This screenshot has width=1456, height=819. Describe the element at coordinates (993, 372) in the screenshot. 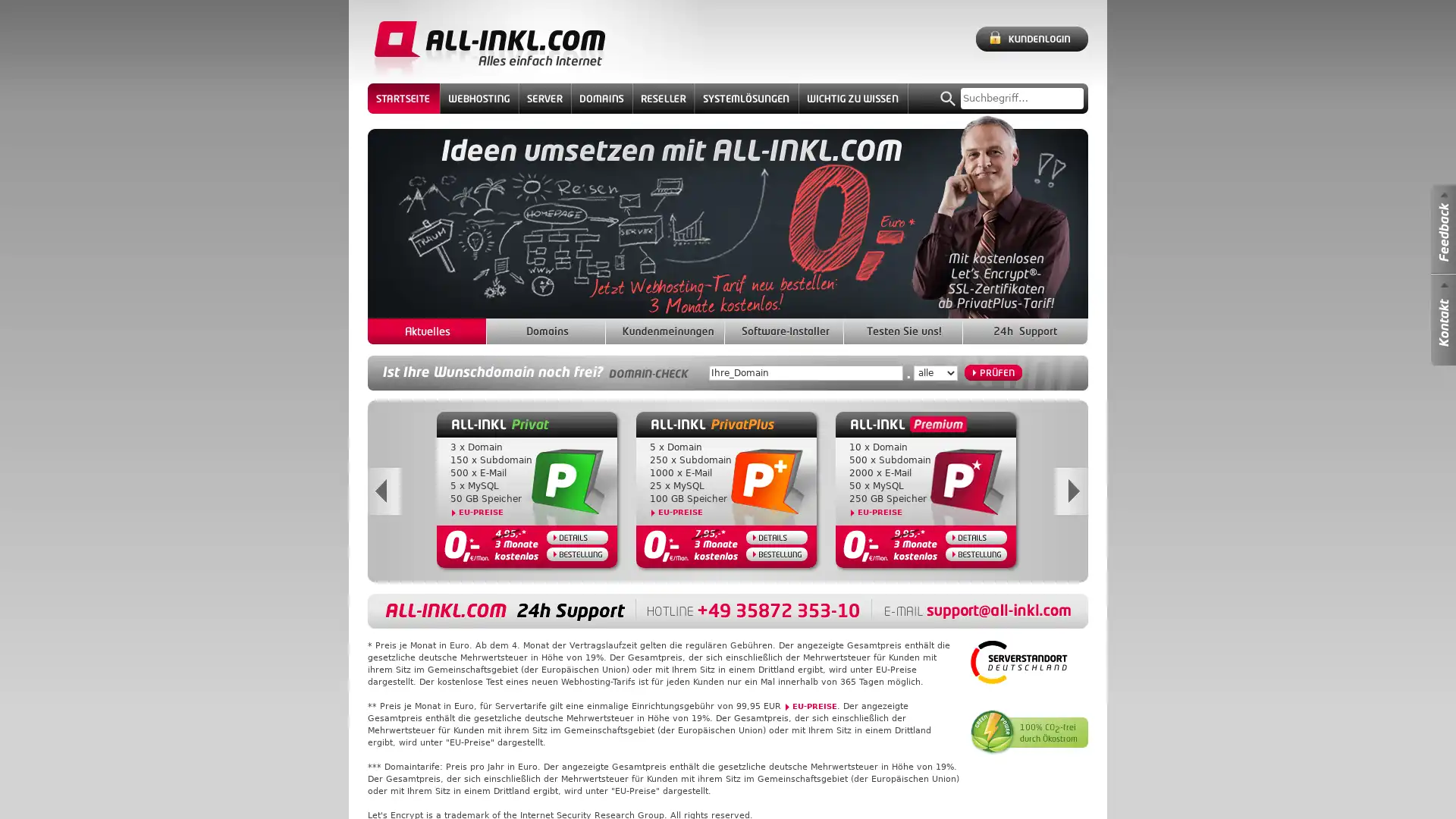

I see `Prufen` at that location.